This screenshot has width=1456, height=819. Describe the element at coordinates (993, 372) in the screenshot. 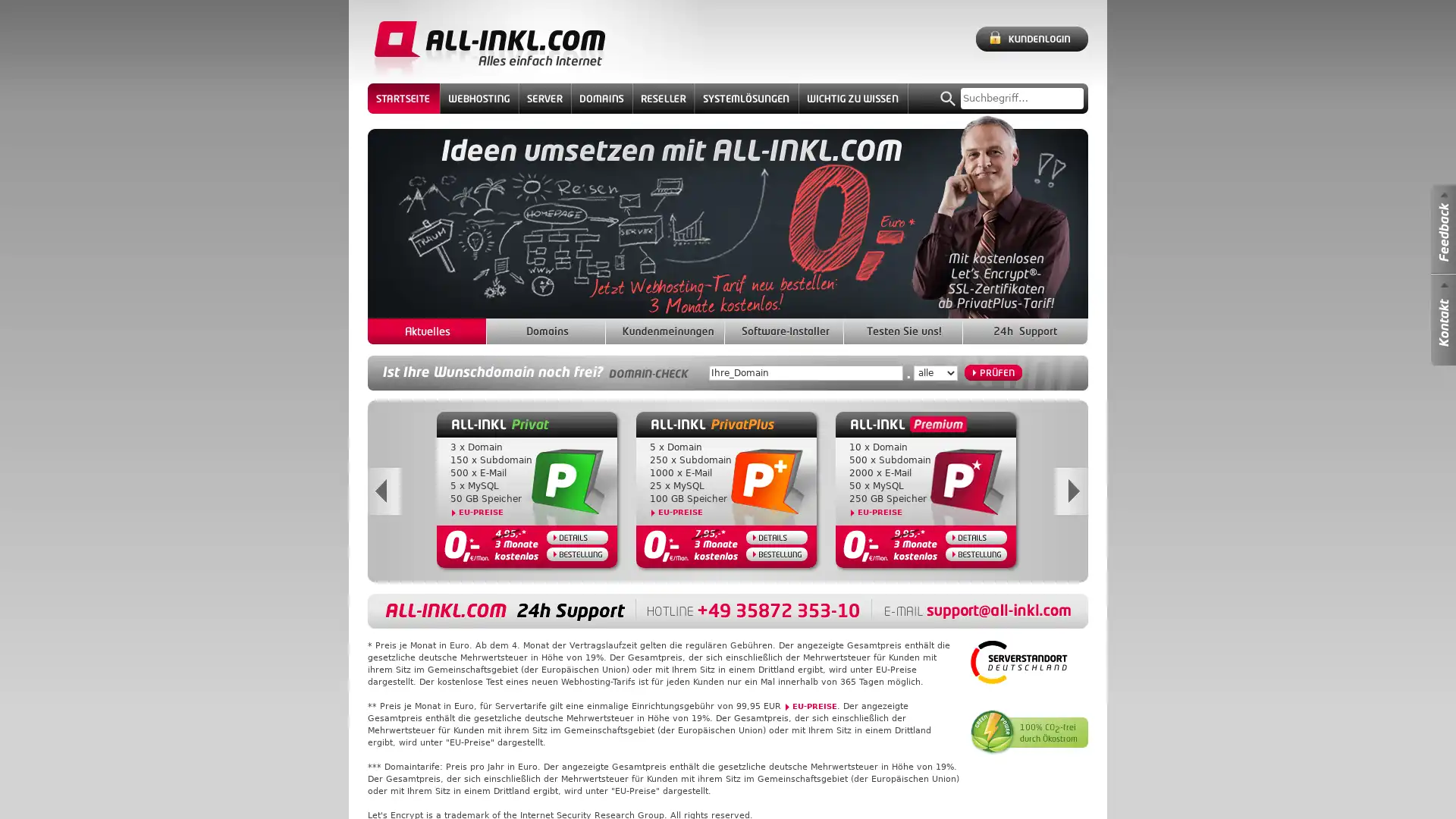

I see `Prufen` at that location.